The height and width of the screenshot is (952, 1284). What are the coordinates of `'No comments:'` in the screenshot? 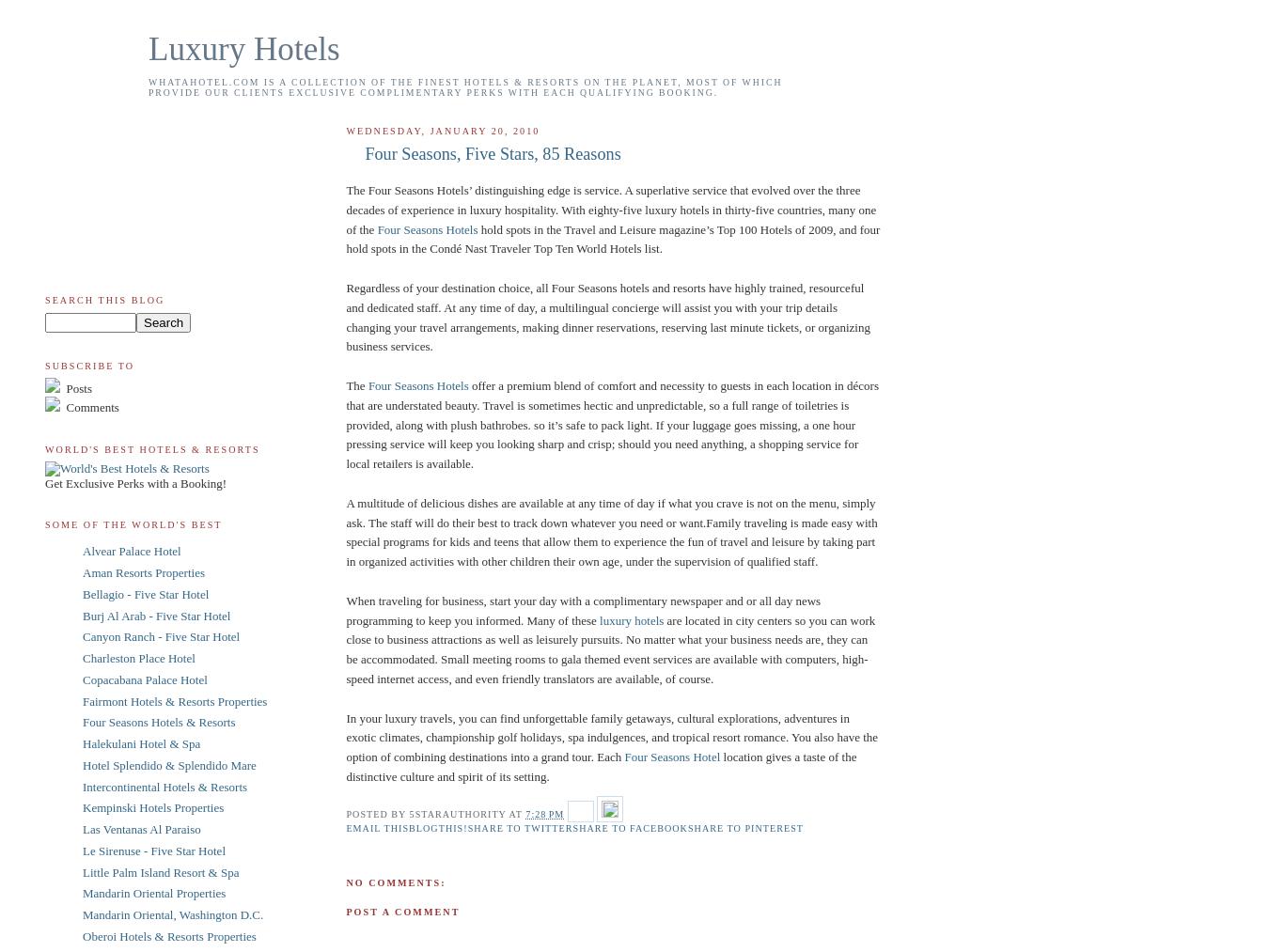 It's located at (395, 882).